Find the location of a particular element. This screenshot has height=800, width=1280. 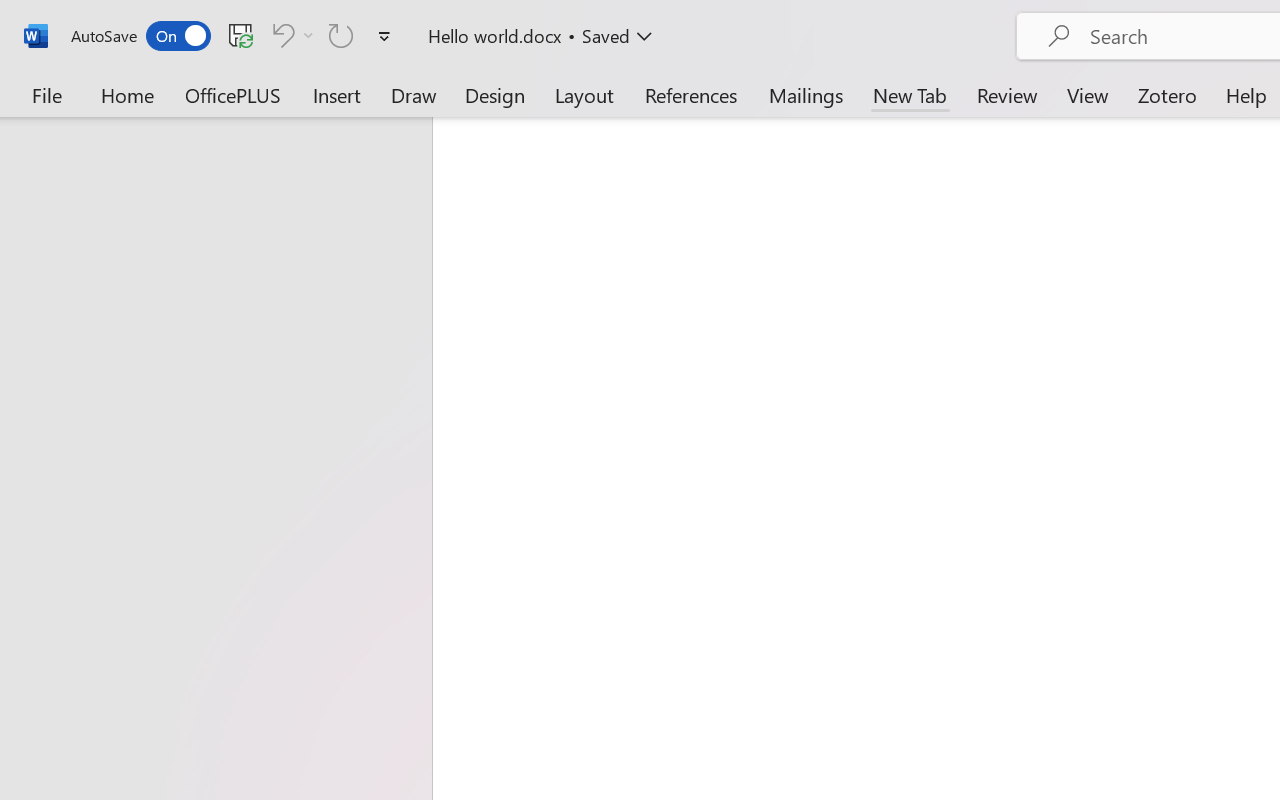

'File Tab' is located at coordinates (46, 94).